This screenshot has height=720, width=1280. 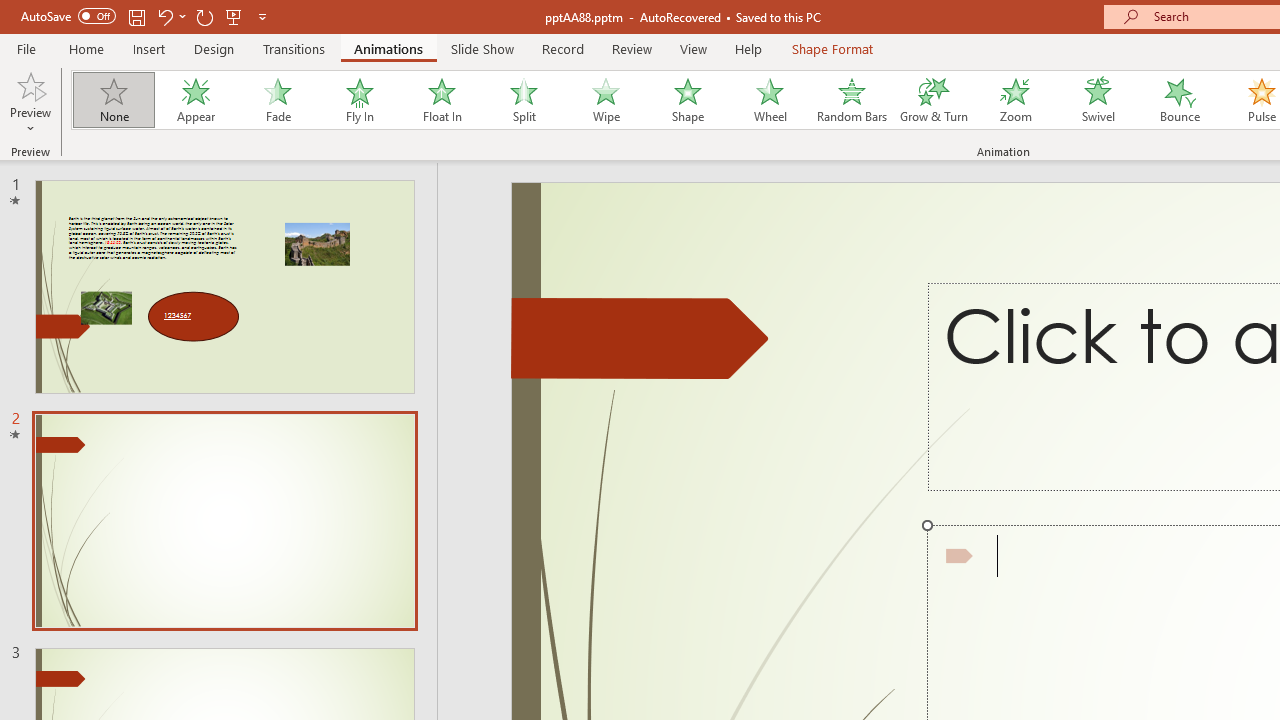 I want to click on 'Wheel', so click(x=769, y=100).